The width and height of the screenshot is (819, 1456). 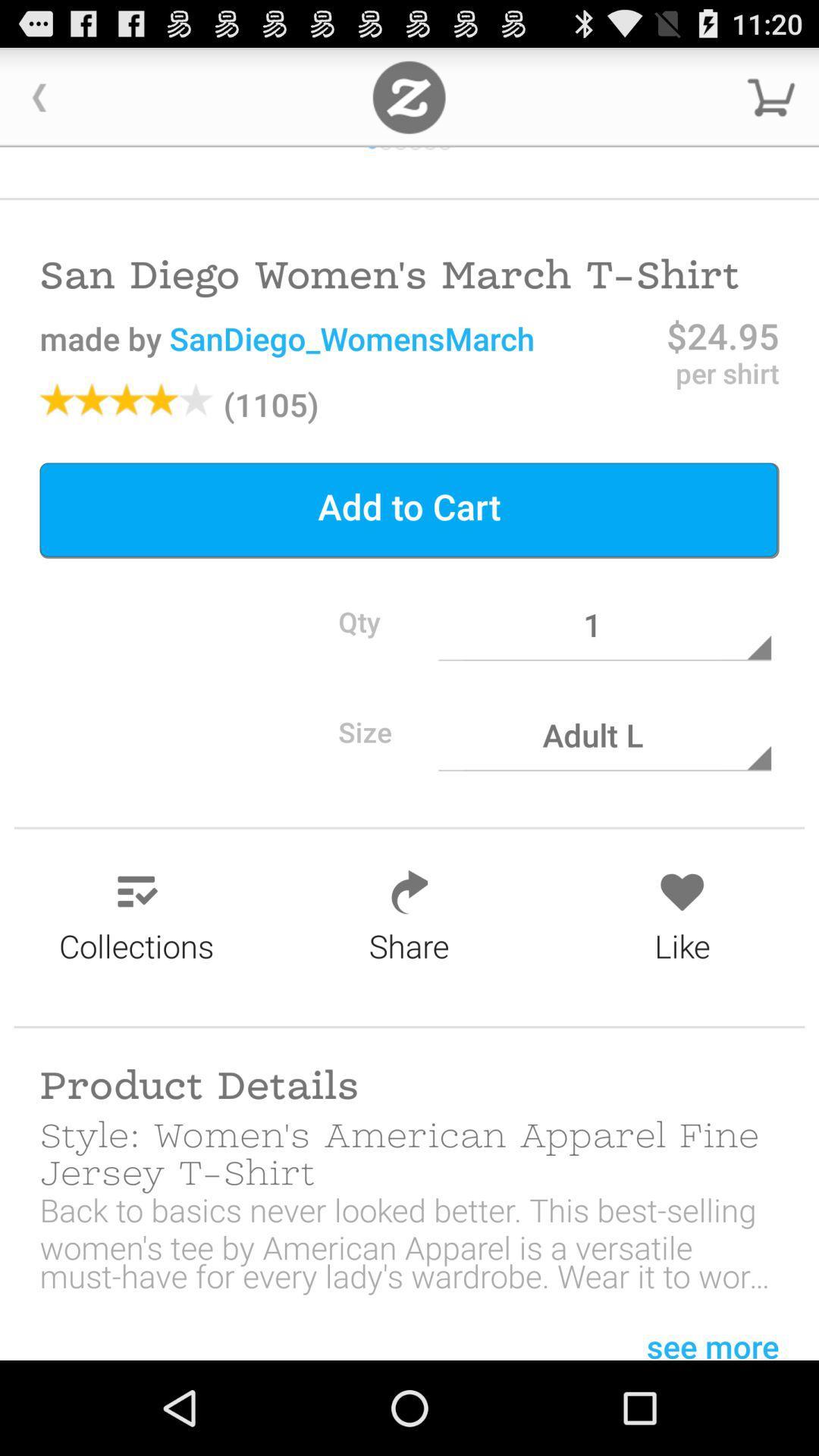 I want to click on the avatar icon, so click(x=372, y=158).